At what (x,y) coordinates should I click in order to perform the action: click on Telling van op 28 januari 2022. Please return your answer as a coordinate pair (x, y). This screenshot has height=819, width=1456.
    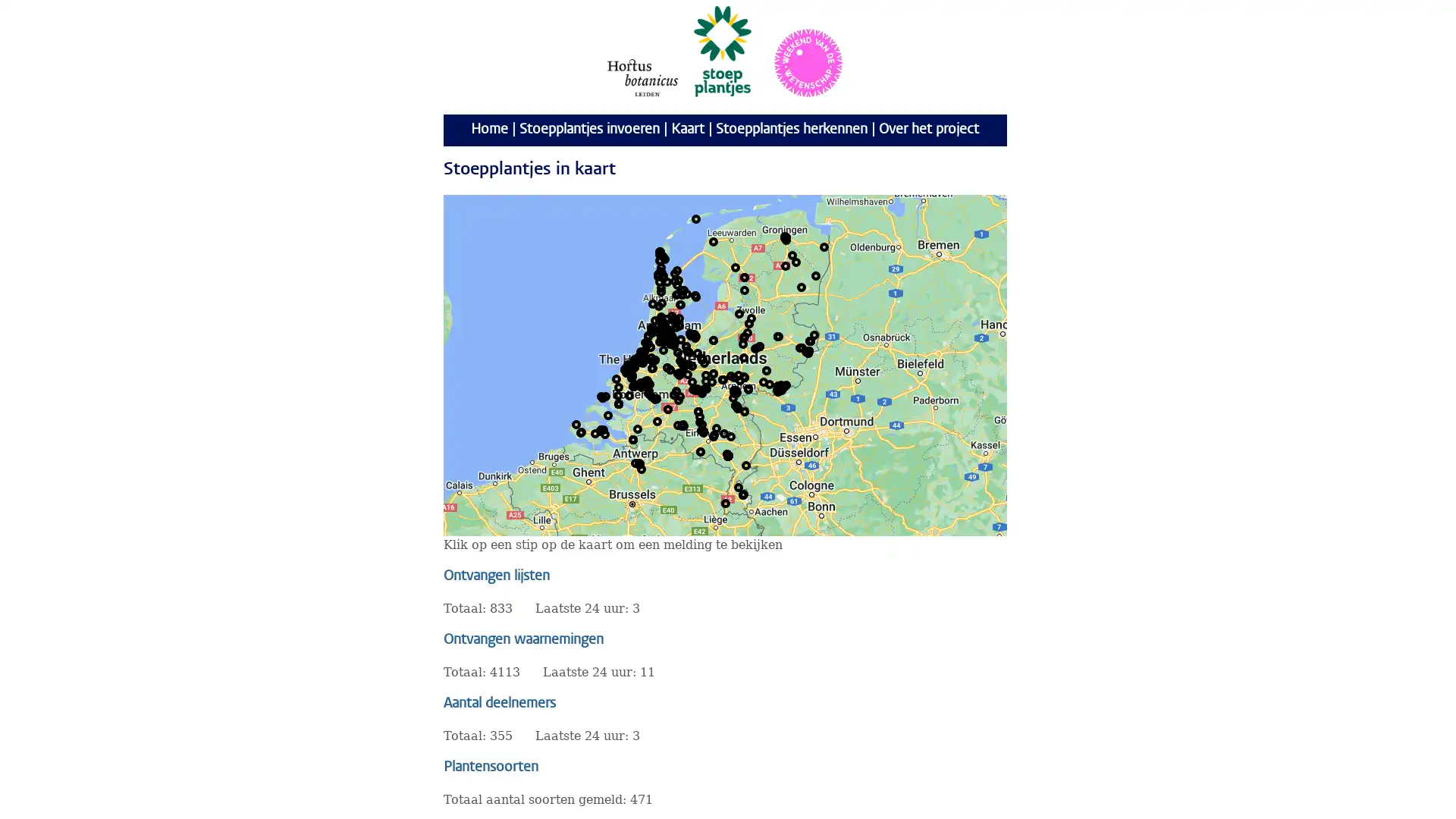
    Looking at the image, I should click on (680, 294).